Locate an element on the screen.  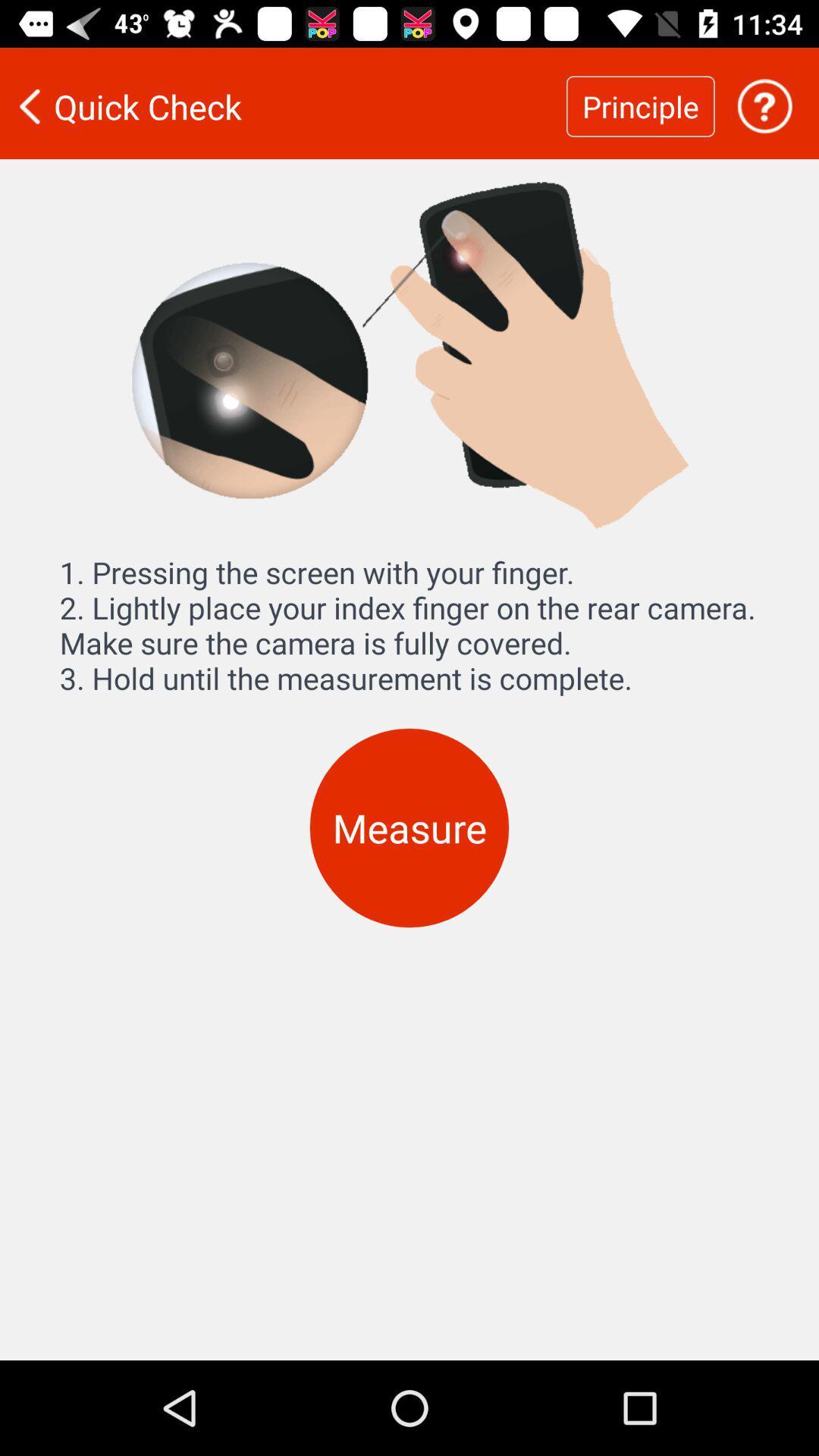
the measure icon is located at coordinates (409, 827).